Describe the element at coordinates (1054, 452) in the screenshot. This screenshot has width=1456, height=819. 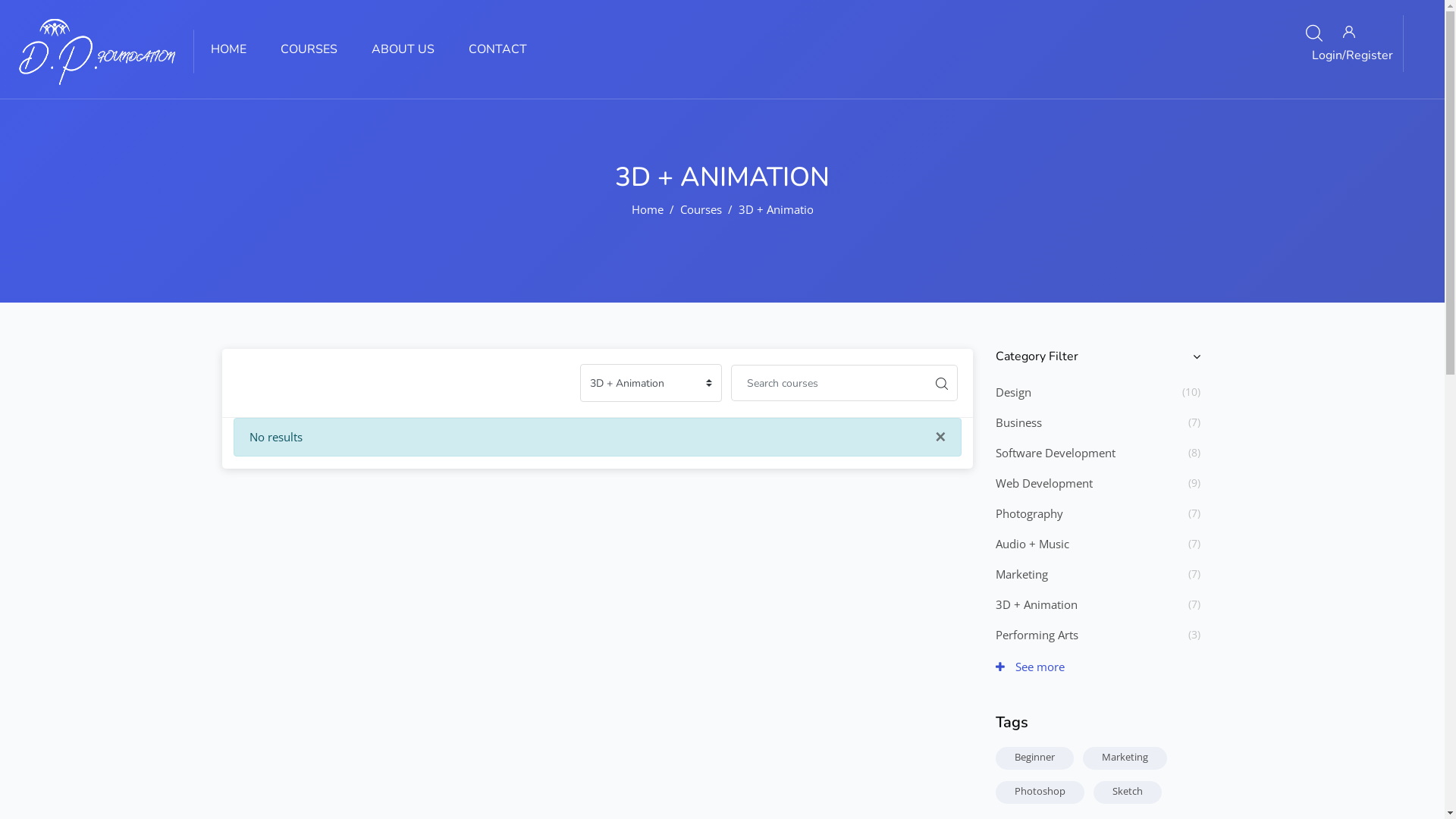
I see `'Software Development` at that location.